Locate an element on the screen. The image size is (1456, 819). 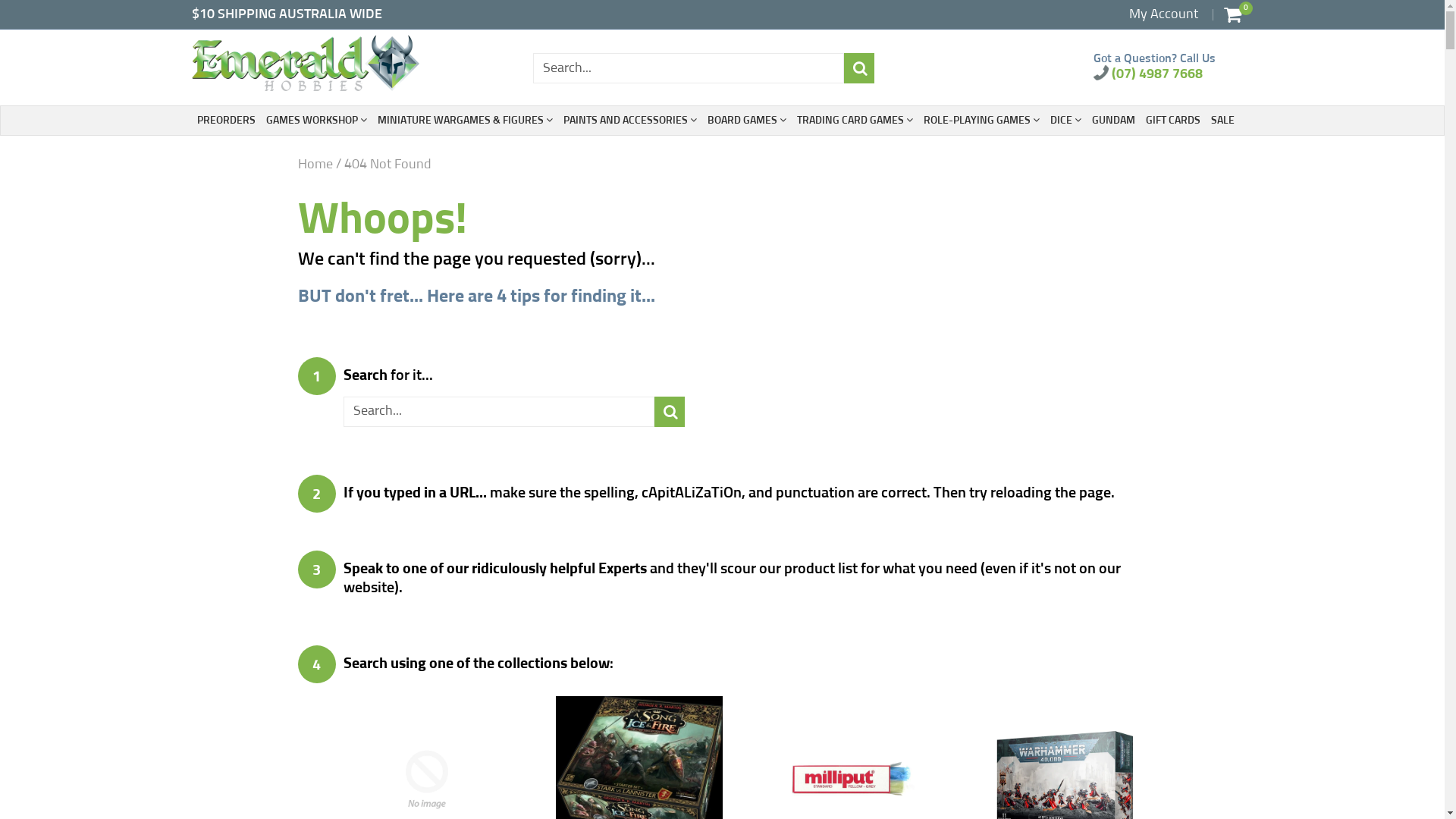
'0' is located at coordinates (1232, 14).